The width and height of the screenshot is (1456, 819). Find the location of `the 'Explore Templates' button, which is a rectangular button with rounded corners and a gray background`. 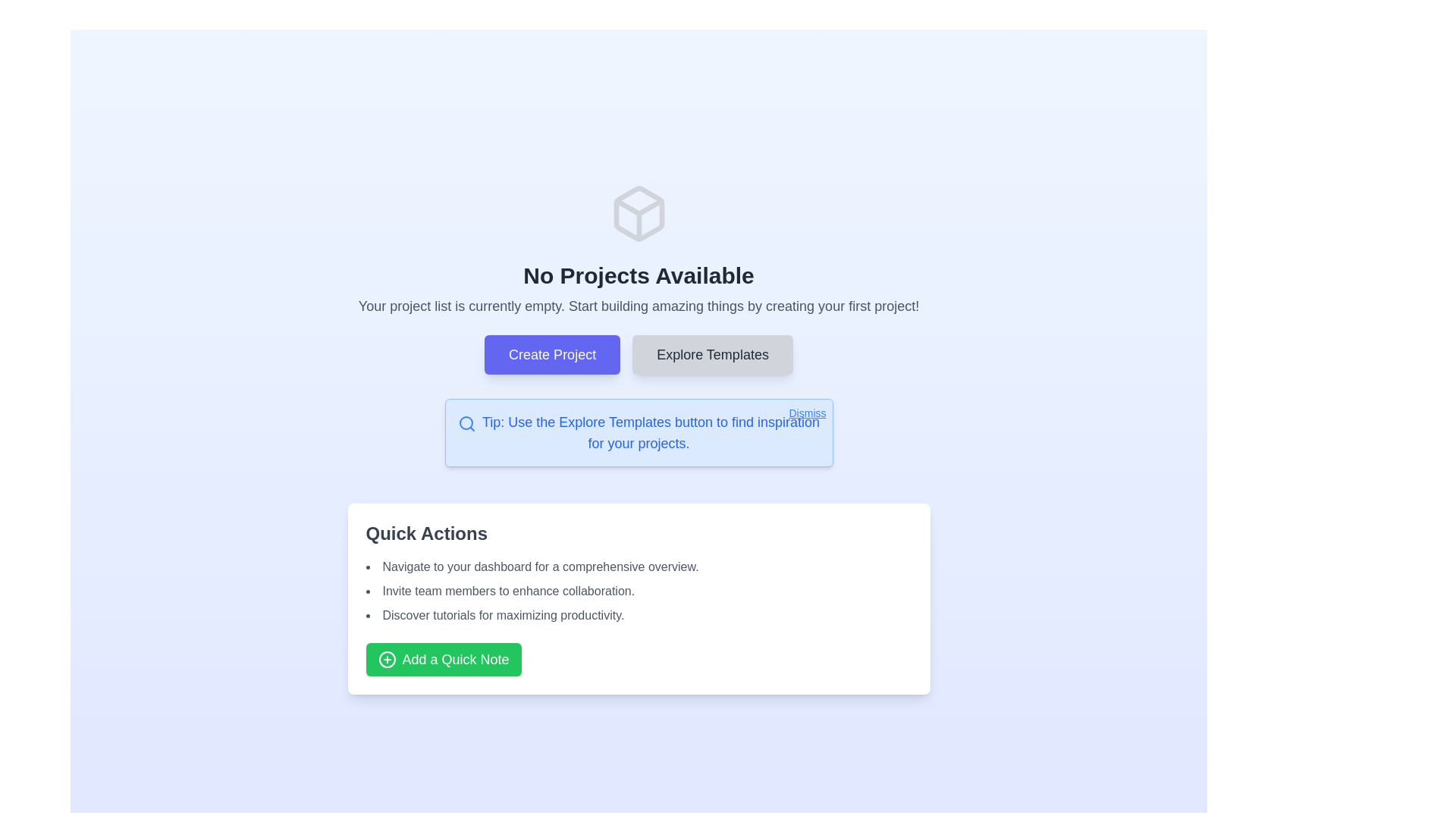

the 'Explore Templates' button, which is a rectangular button with rounded corners and a gray background is located at coordinates (712, 354).